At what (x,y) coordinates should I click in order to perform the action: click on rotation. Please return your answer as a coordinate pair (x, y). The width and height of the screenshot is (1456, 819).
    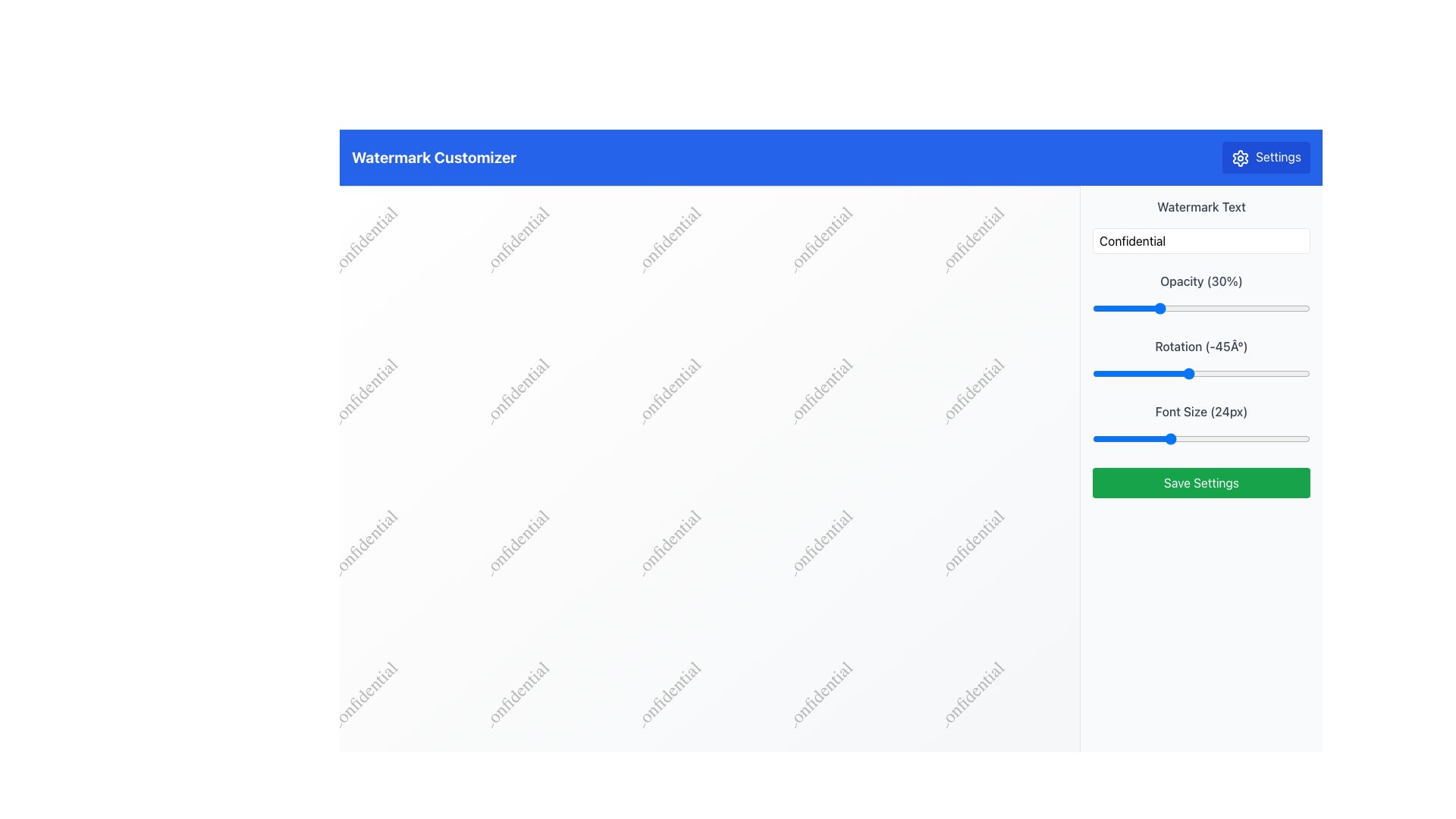
    Looking at the image, I should click on (1299, 373).